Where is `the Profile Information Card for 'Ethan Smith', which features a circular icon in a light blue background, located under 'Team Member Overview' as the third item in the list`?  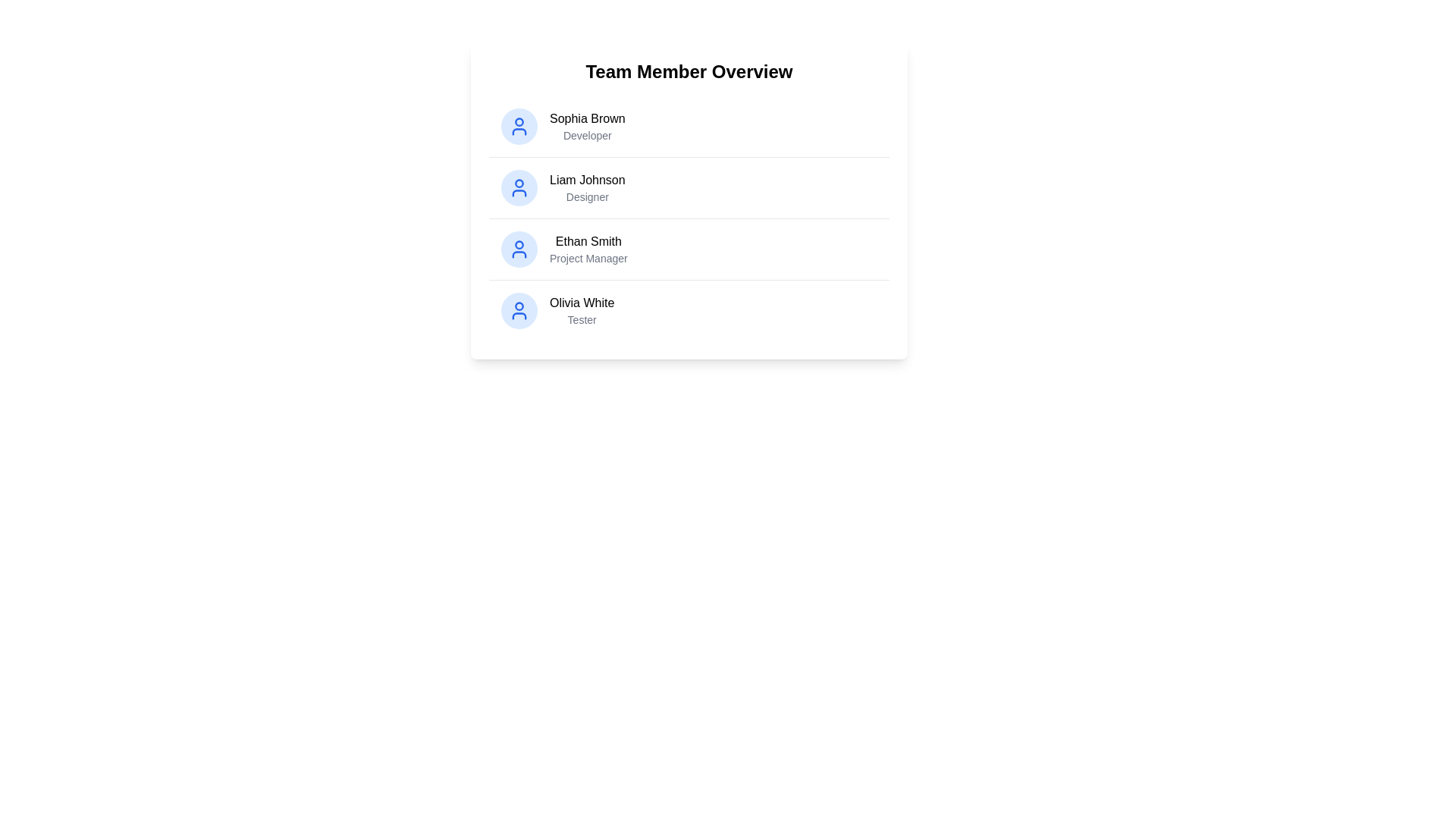
the Profile Information Card for 'Ethan Smith', which features a circular icon in a light blue background, located under 'Team Member Overview' as the third item in the list is located at coordinates (563, 248).